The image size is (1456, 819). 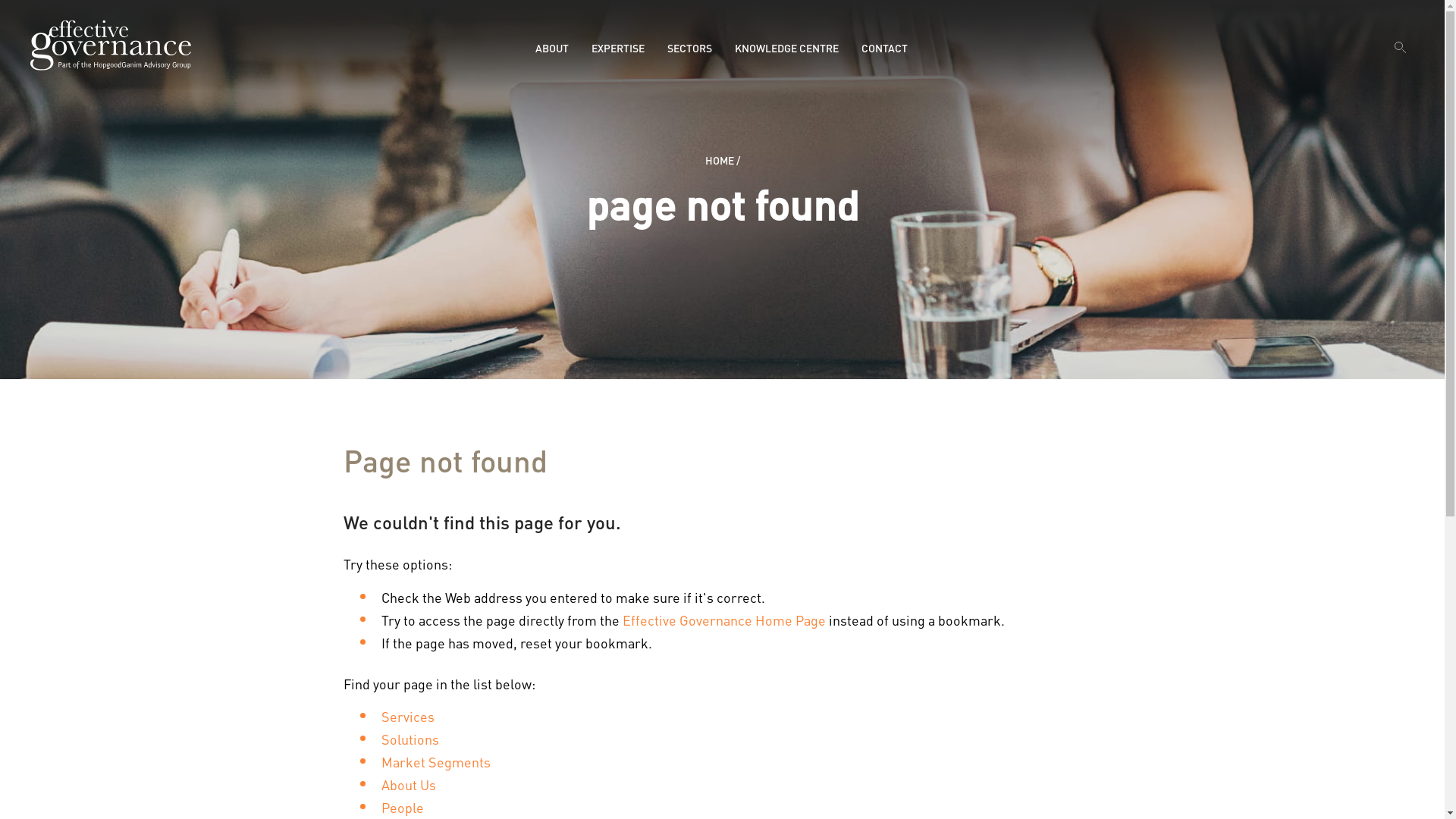 I want to click on 'ABOUT', so click(x=551, y=46).